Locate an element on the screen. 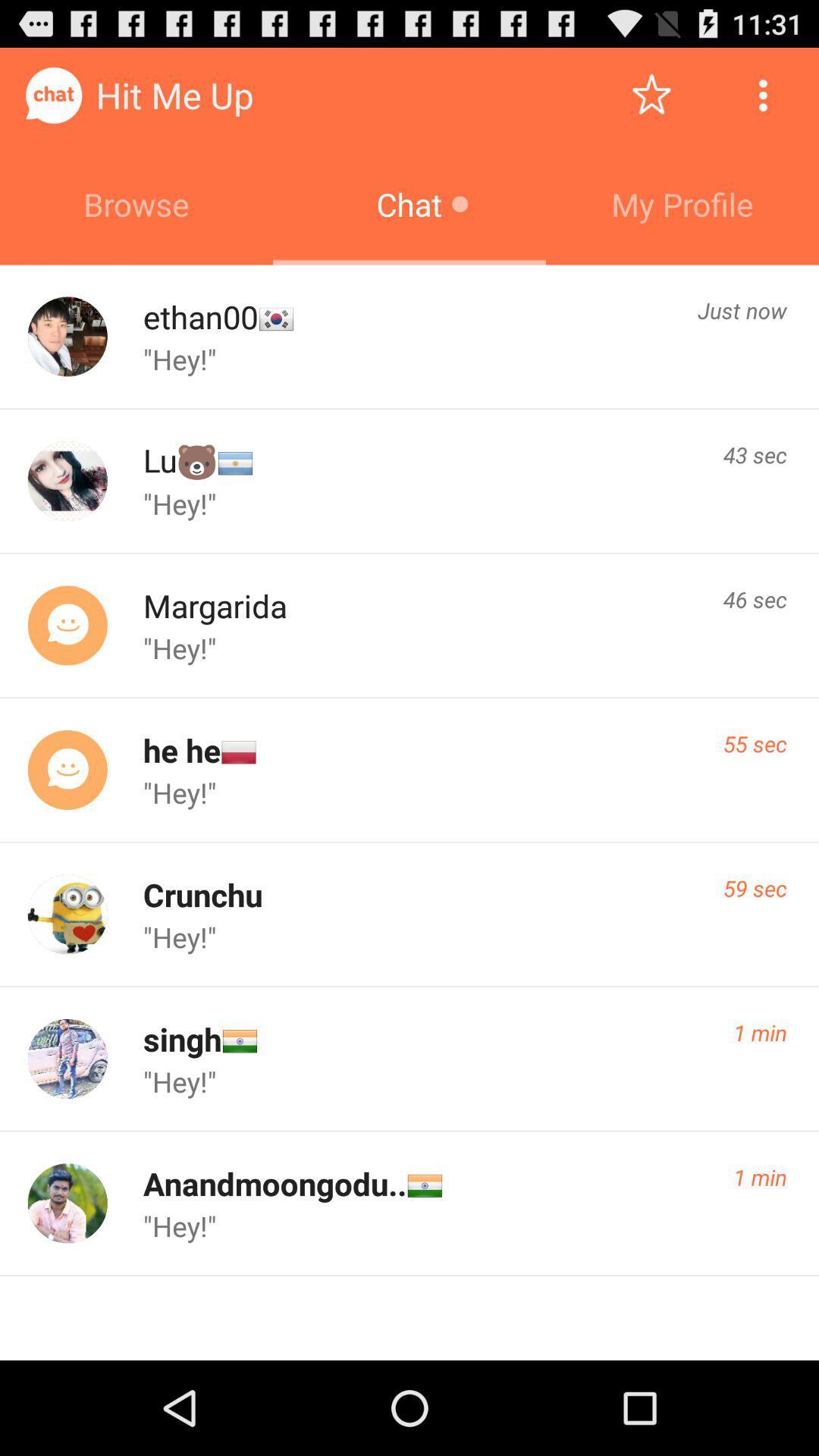  app above the just now is located at coordinates (681, 203).